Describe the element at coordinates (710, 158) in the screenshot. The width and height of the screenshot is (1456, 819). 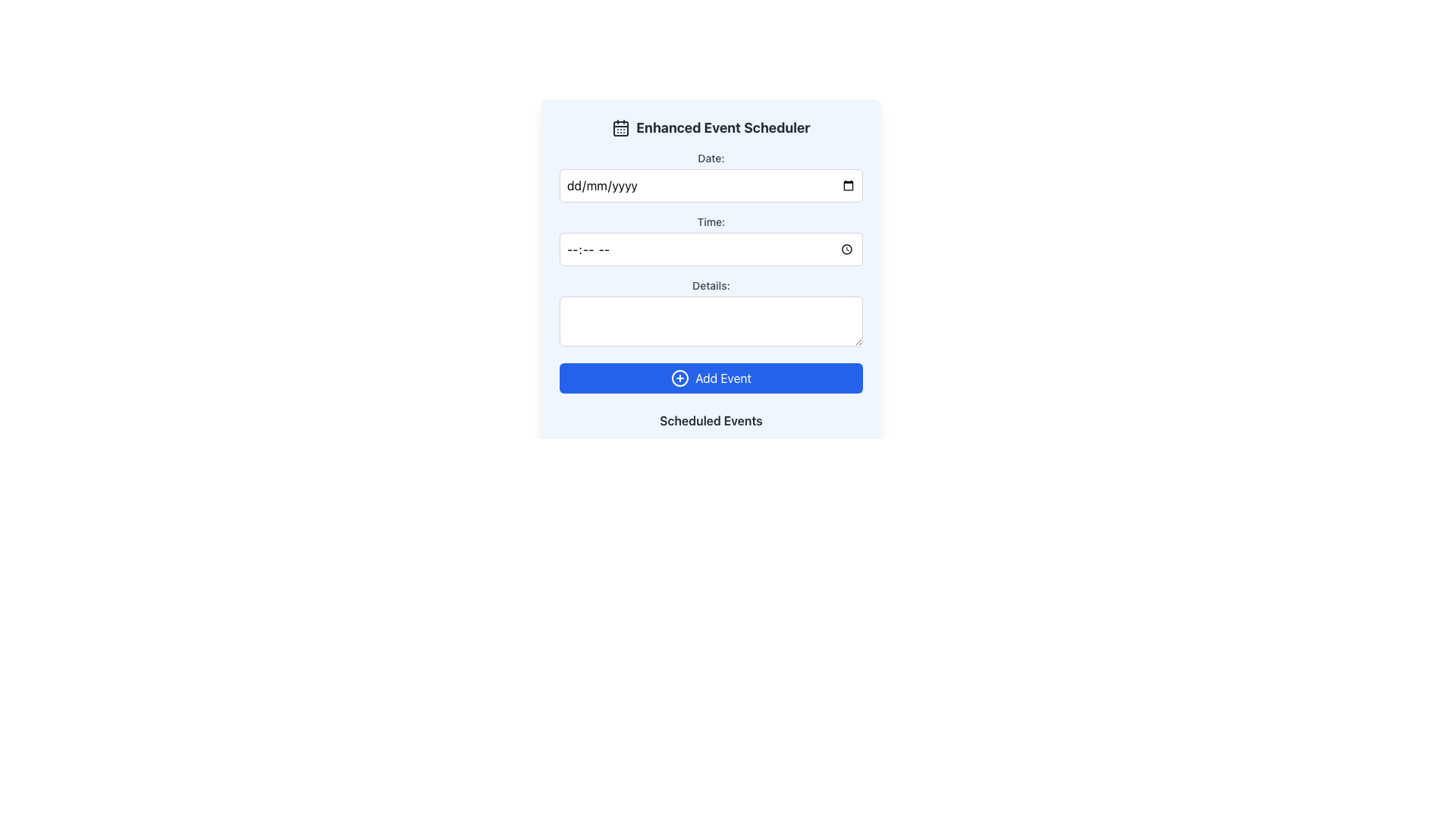
I see `the text label indicating the date input field, which is located in the upper section of the form interface` at that location.